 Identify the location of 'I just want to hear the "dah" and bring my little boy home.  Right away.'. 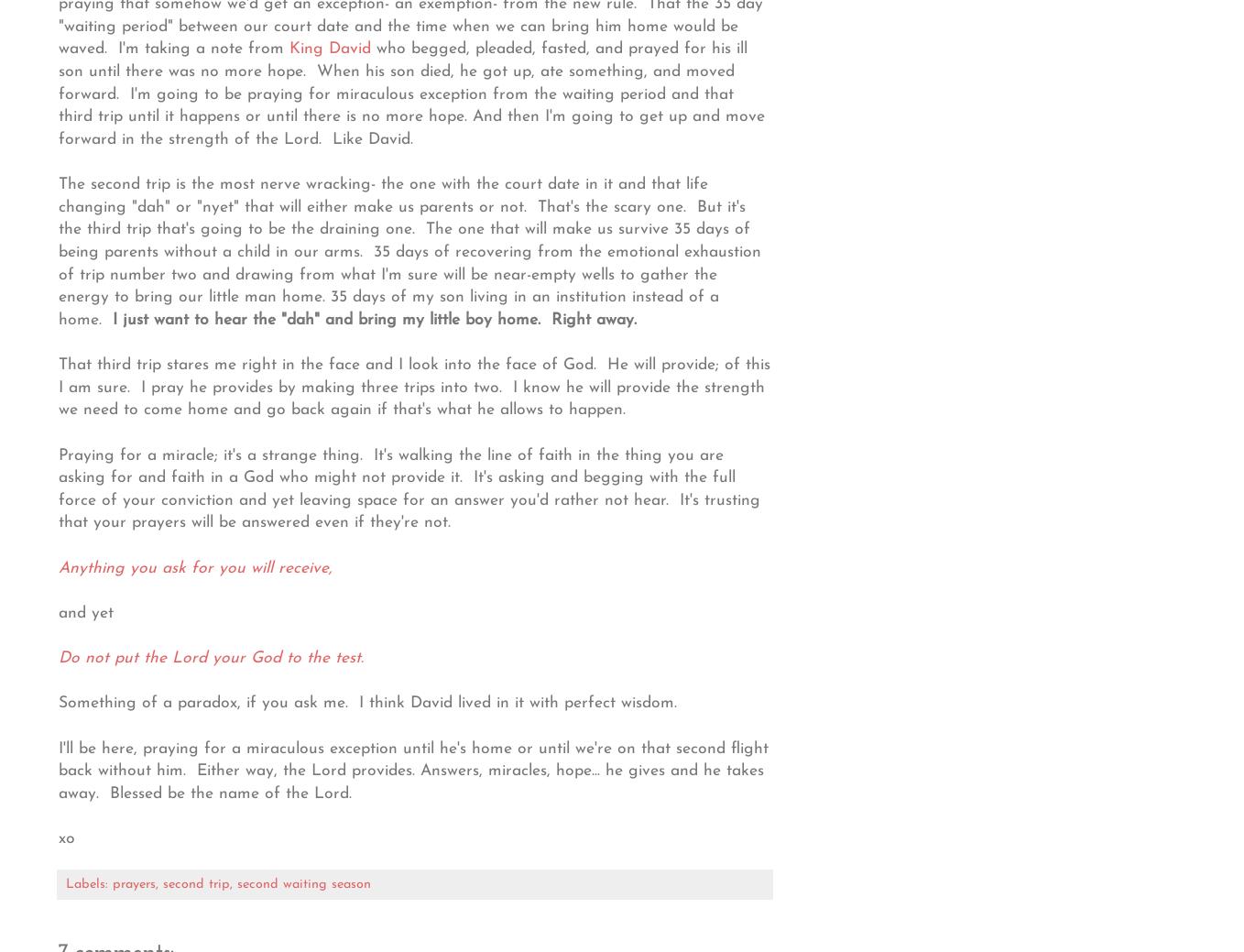
(376, 318).